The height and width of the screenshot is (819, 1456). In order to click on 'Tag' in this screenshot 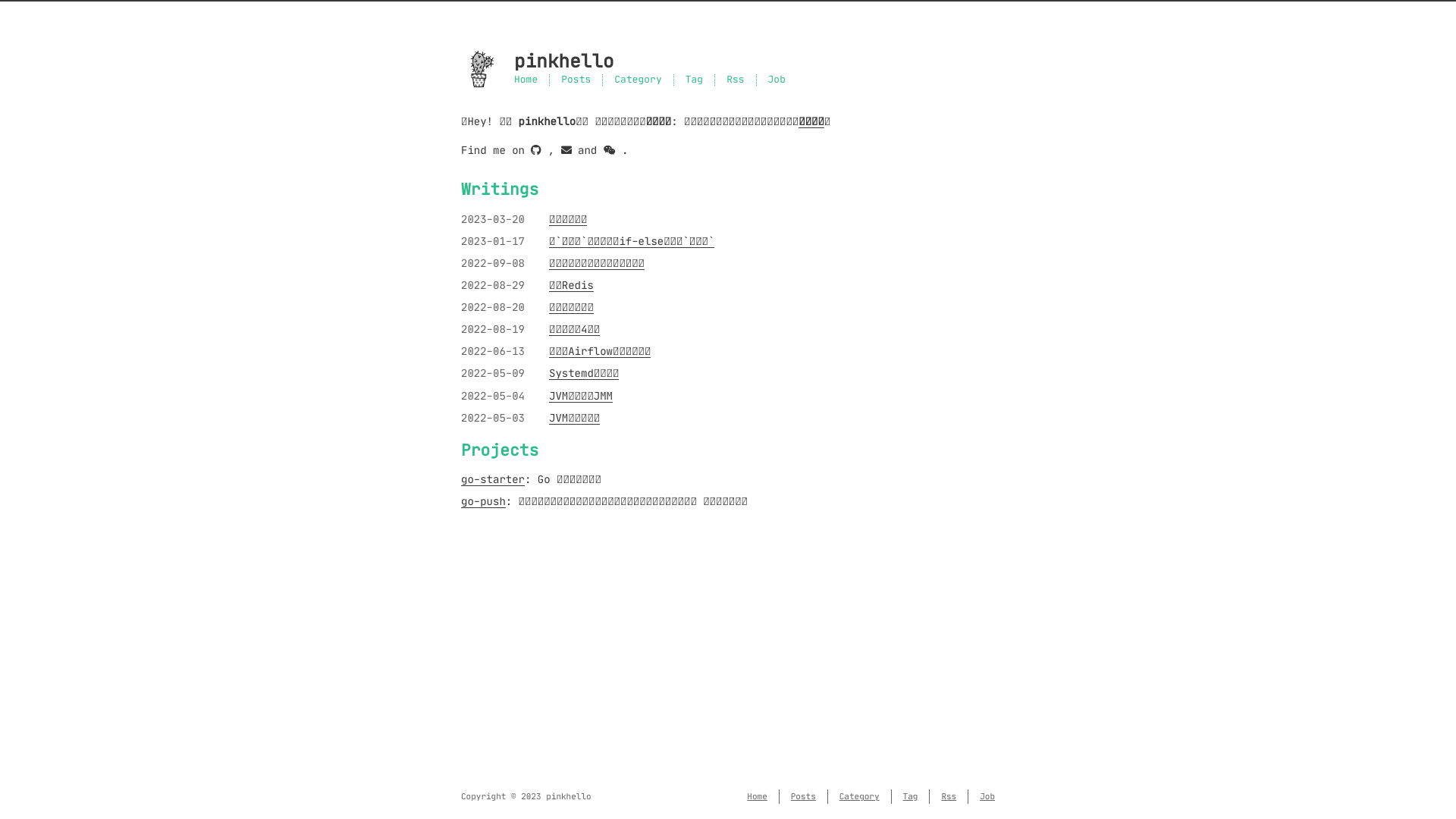, I will do `click(910, 795)`.